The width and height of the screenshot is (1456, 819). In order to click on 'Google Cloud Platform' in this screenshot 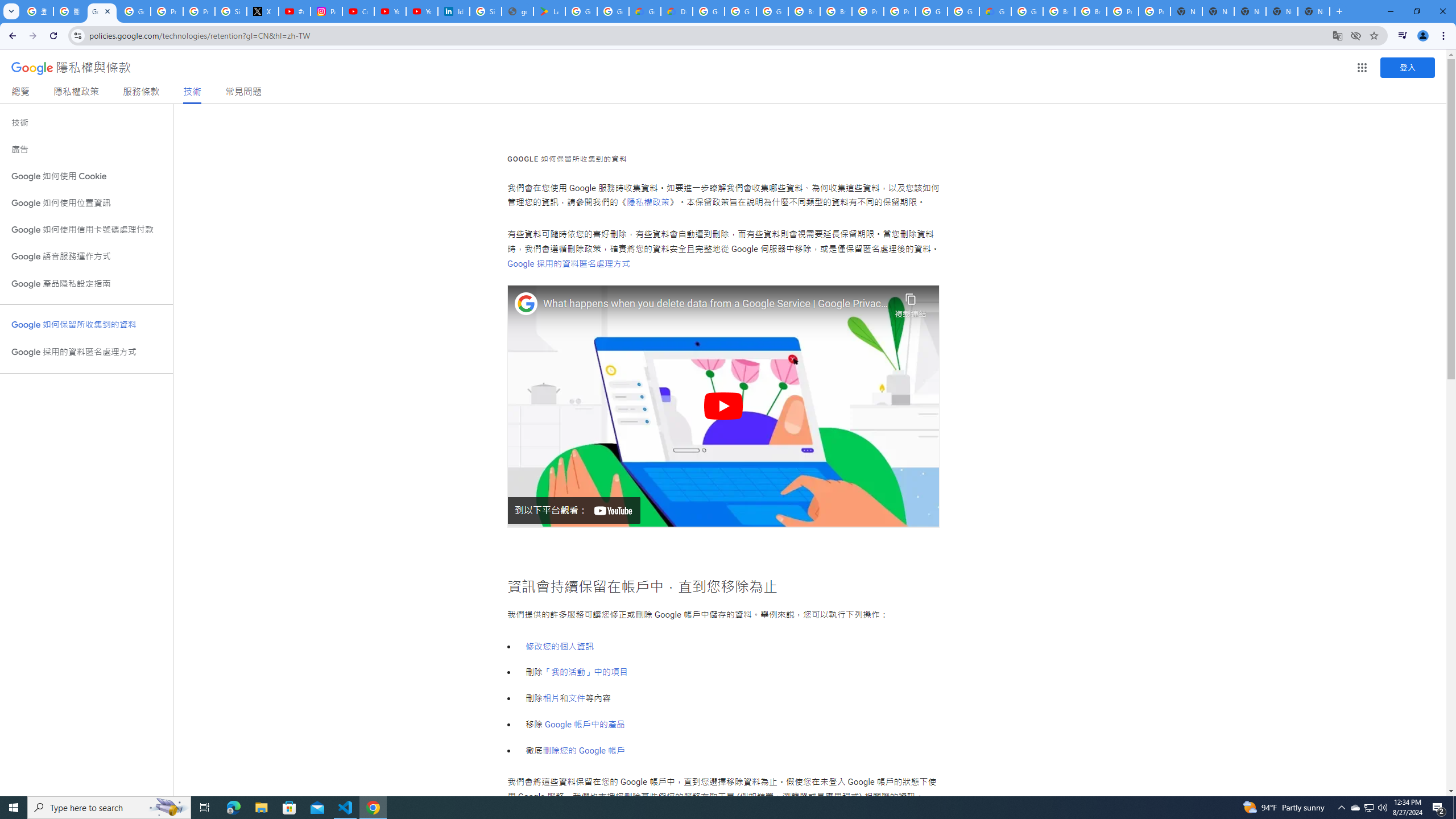, I will do `click(962, 11)`.